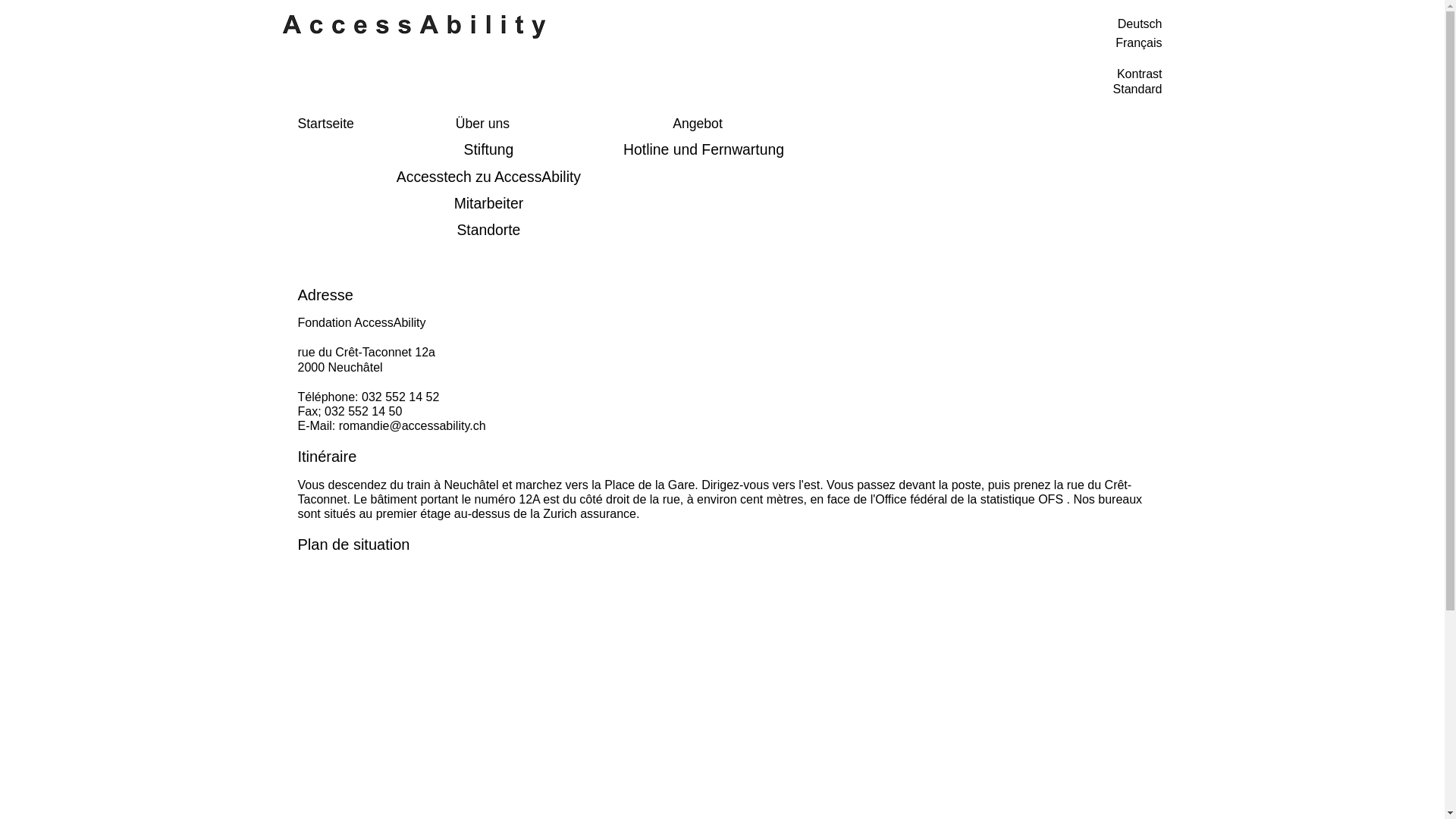 This screenshot has height=819, width=1456. I want to click on 'Hotline und Fernwartung', so click(702, 149).